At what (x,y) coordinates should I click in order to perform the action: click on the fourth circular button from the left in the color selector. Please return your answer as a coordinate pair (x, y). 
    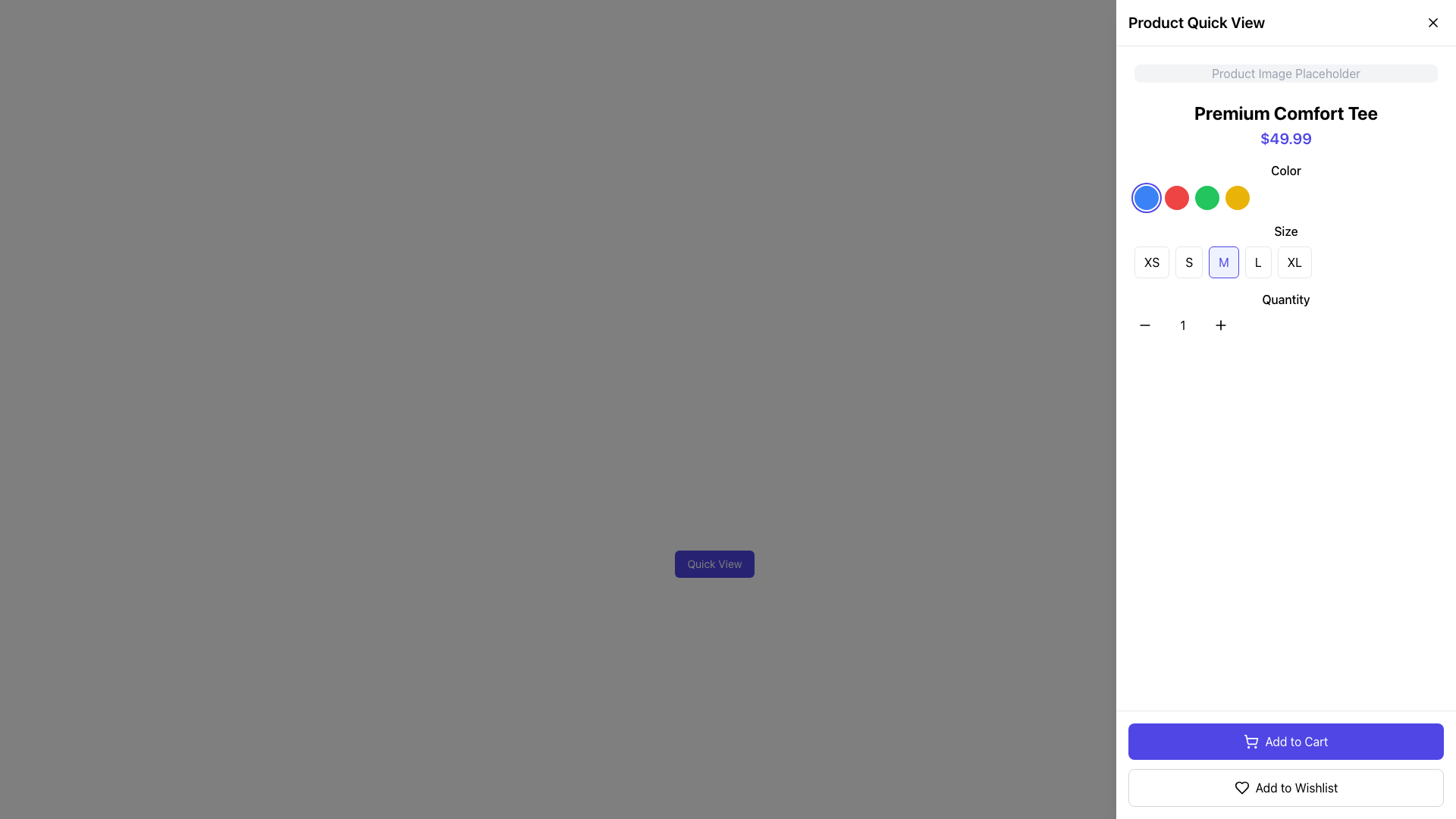
    Looking at the image, I should click on (1238, 197).